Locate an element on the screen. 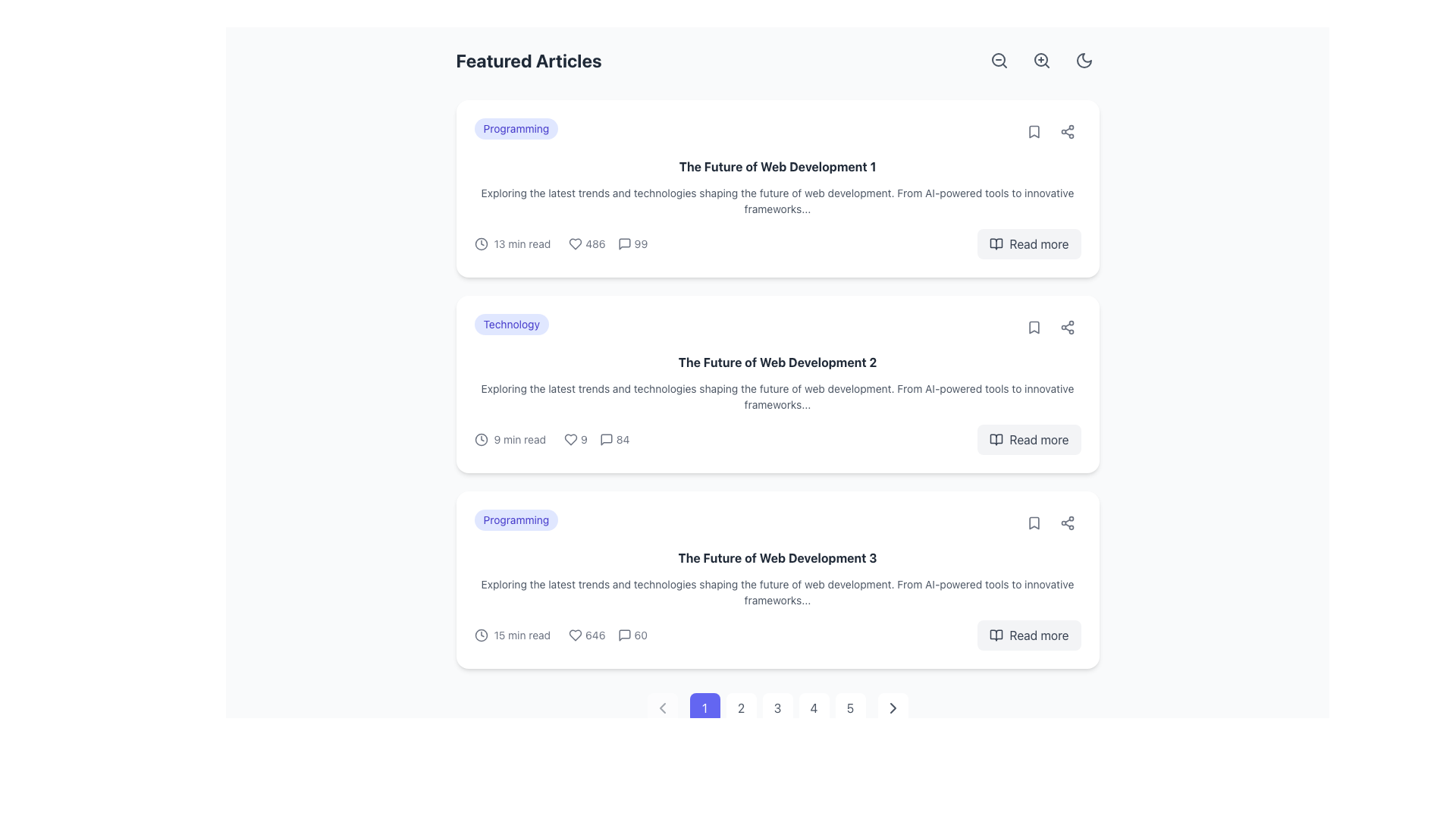 This screenshot has height=819, width=1456. the pill-shaped label with the text 'Technology' that is located in the upper section of the second article card, aligned to the left edge above the article title is located at coordinates (511, 324).